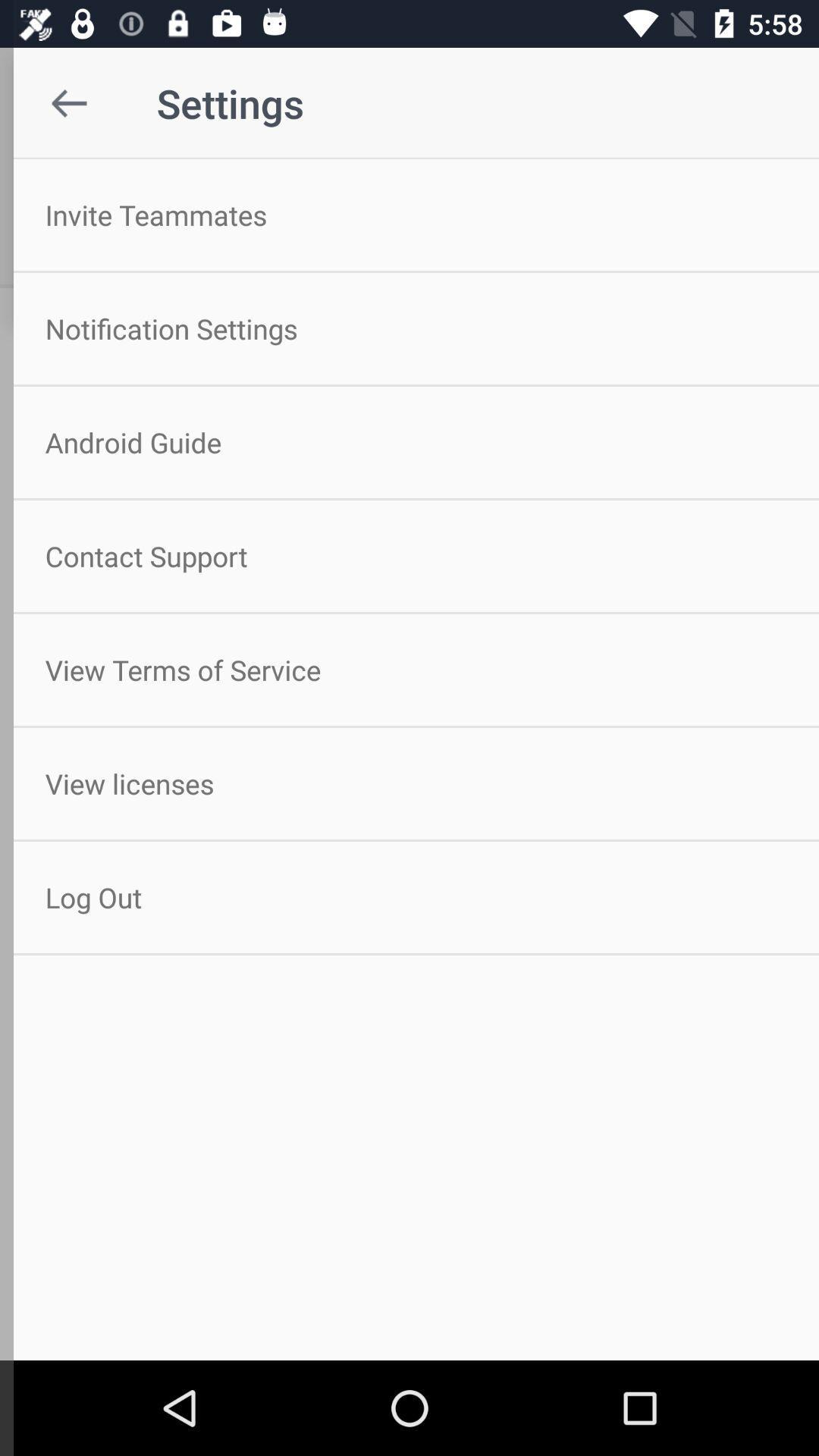 This screenshot has width=819, height=1456. I want to click on contact support item, so click(409, 555).